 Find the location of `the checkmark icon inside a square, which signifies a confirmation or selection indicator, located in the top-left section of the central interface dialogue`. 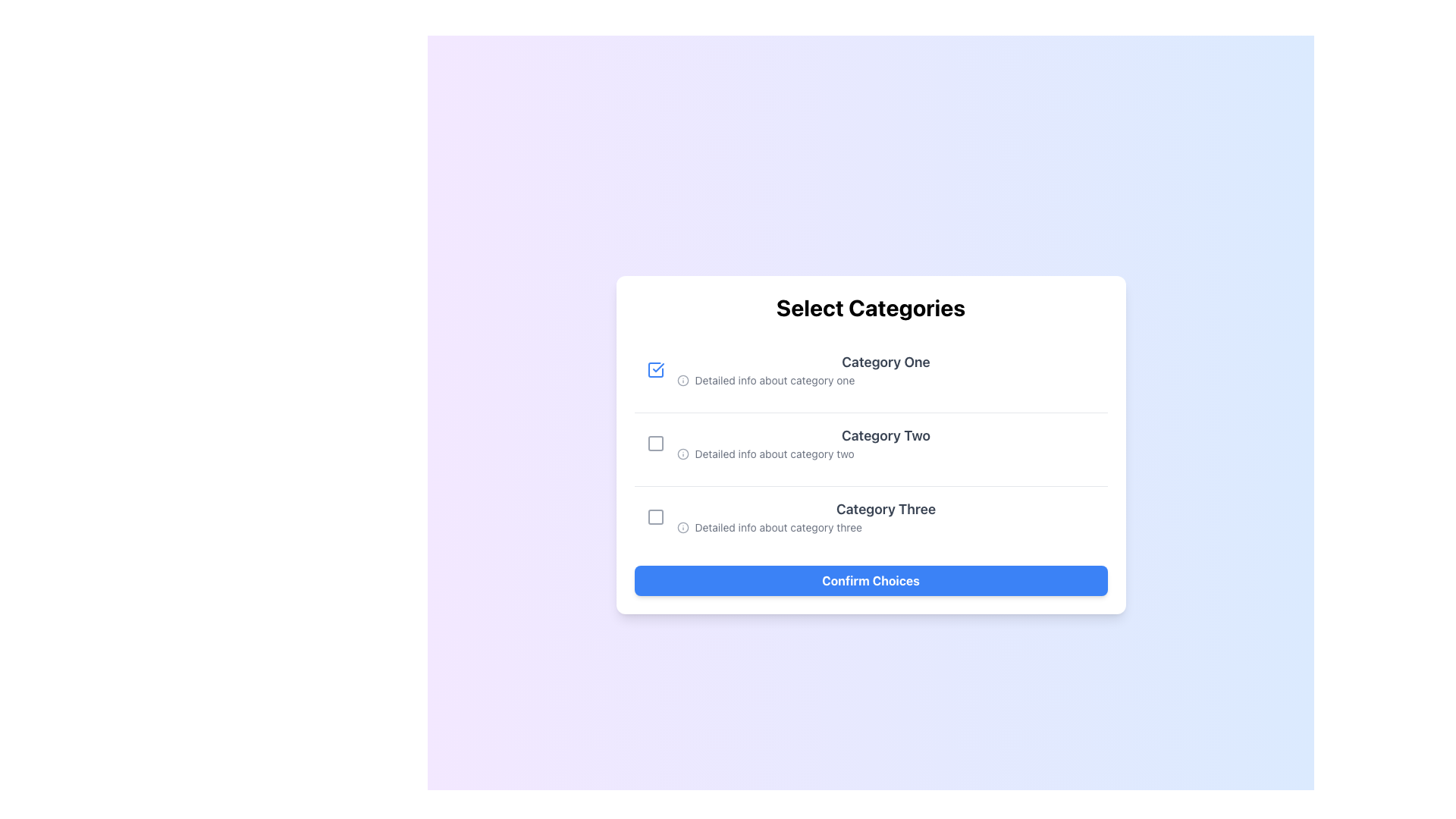

the checkmark icon inside a square, which signifies a confirmation or selection indicator, located in the top-left section of the central interface dialogue is located at coordinates (658, 368).